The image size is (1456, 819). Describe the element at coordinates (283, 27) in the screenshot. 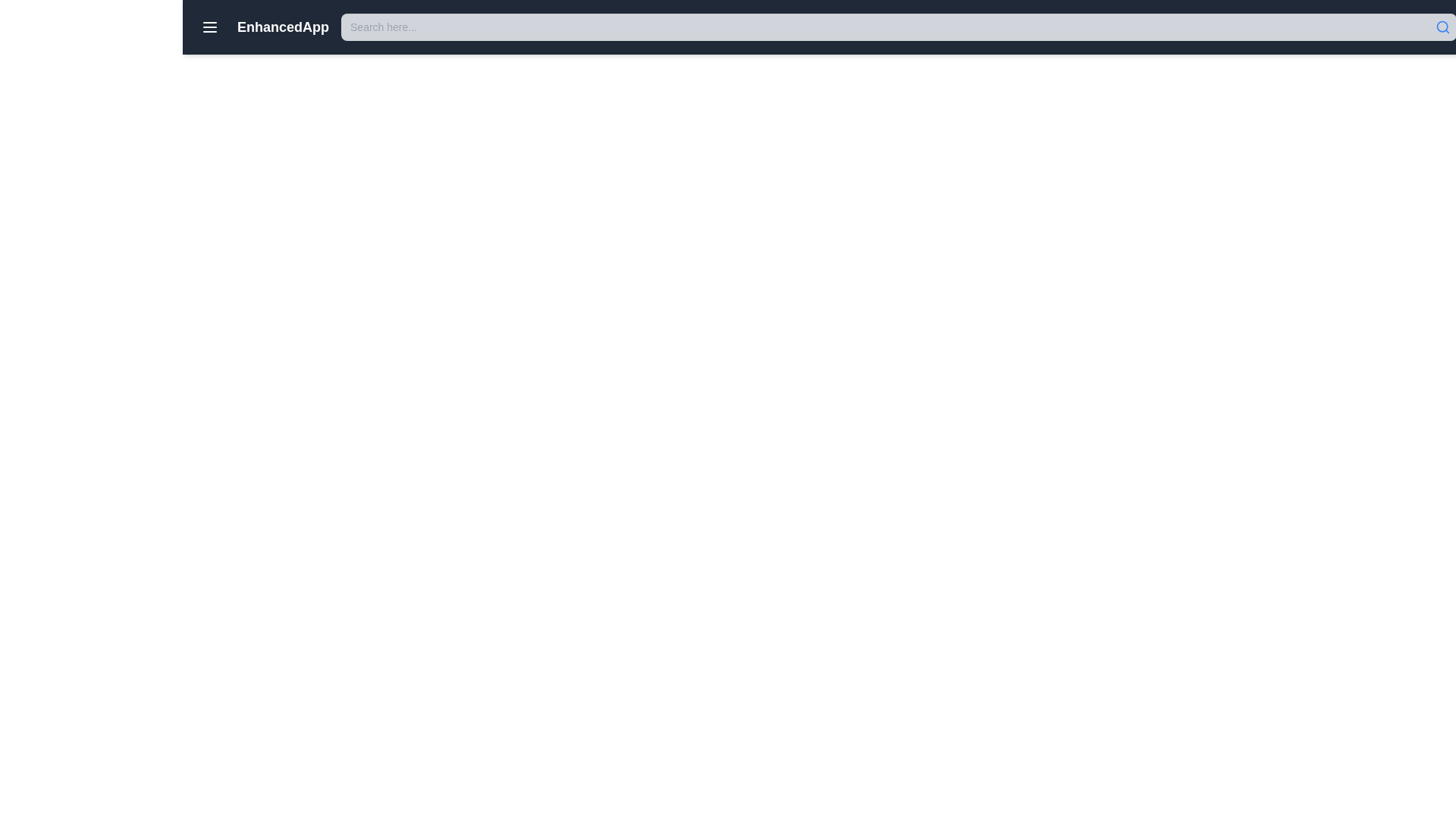

I see `title presented by the Text Label located at the center of the top navigation bar, positioned between the menu icon and the search input box` at that location.